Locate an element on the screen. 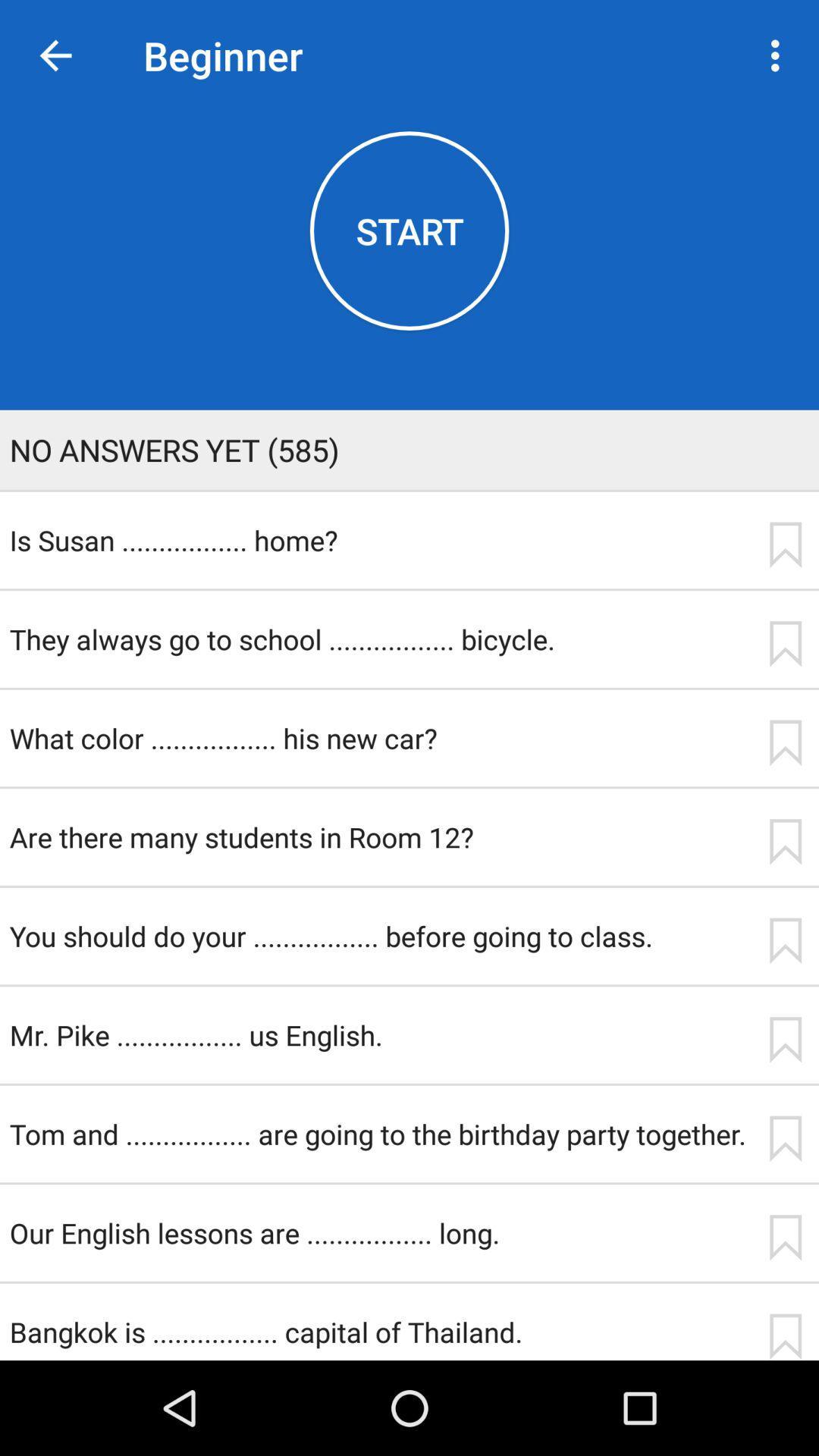 The width and height of the screenshot is (819, 1456). click last option is located at coordinates (785, 940).